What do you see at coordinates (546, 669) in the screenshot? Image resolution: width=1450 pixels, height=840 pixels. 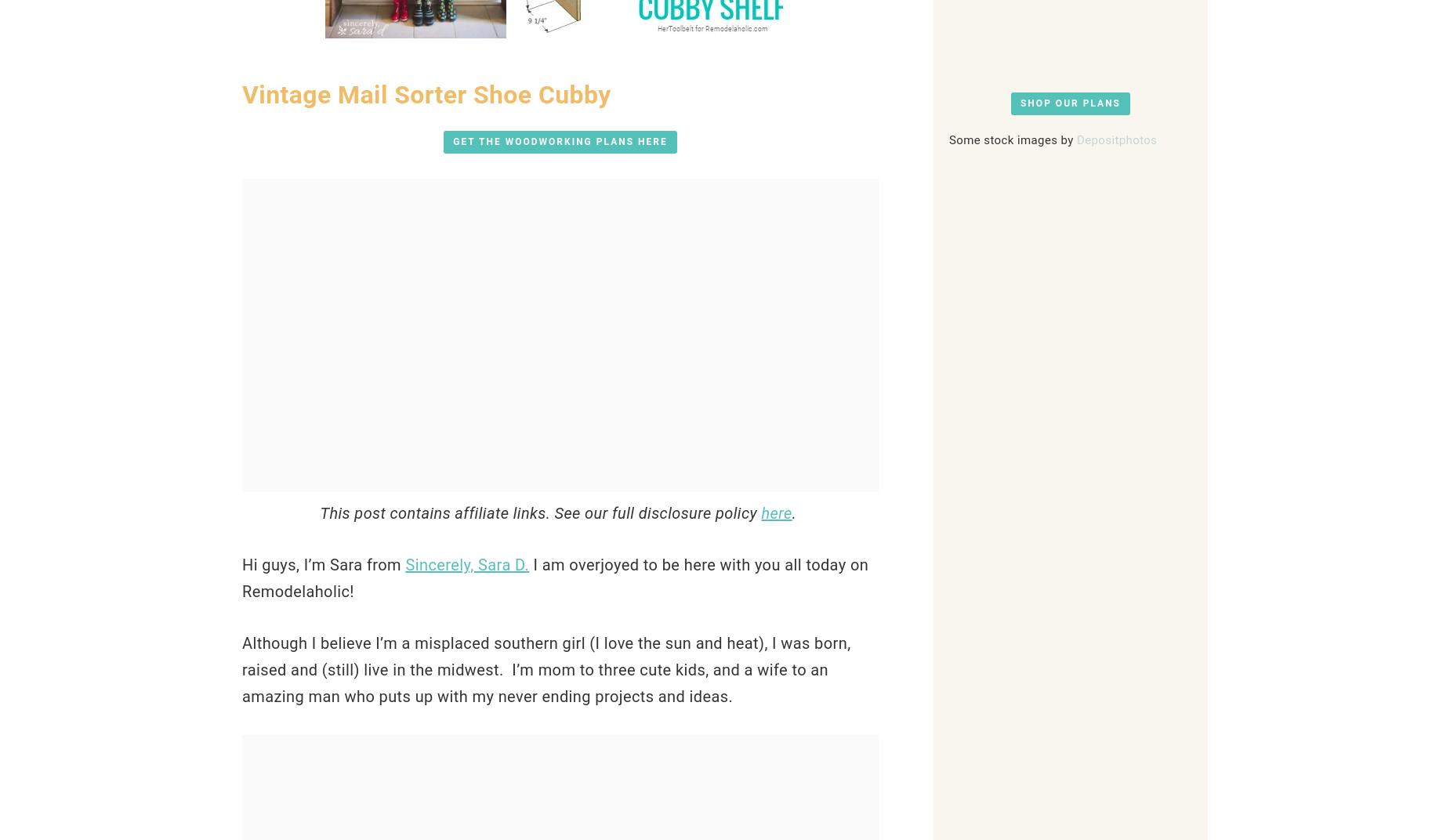 I see `'Although I believe I’m a misplaced southern girl (I love the sun and heat), I was born, raised and (still) live in the midwest.  I’m mom to three cute kids, and a wife to an amazing man who puts up with my never ending projects and ideas.'` at bounding box center [546, 669].